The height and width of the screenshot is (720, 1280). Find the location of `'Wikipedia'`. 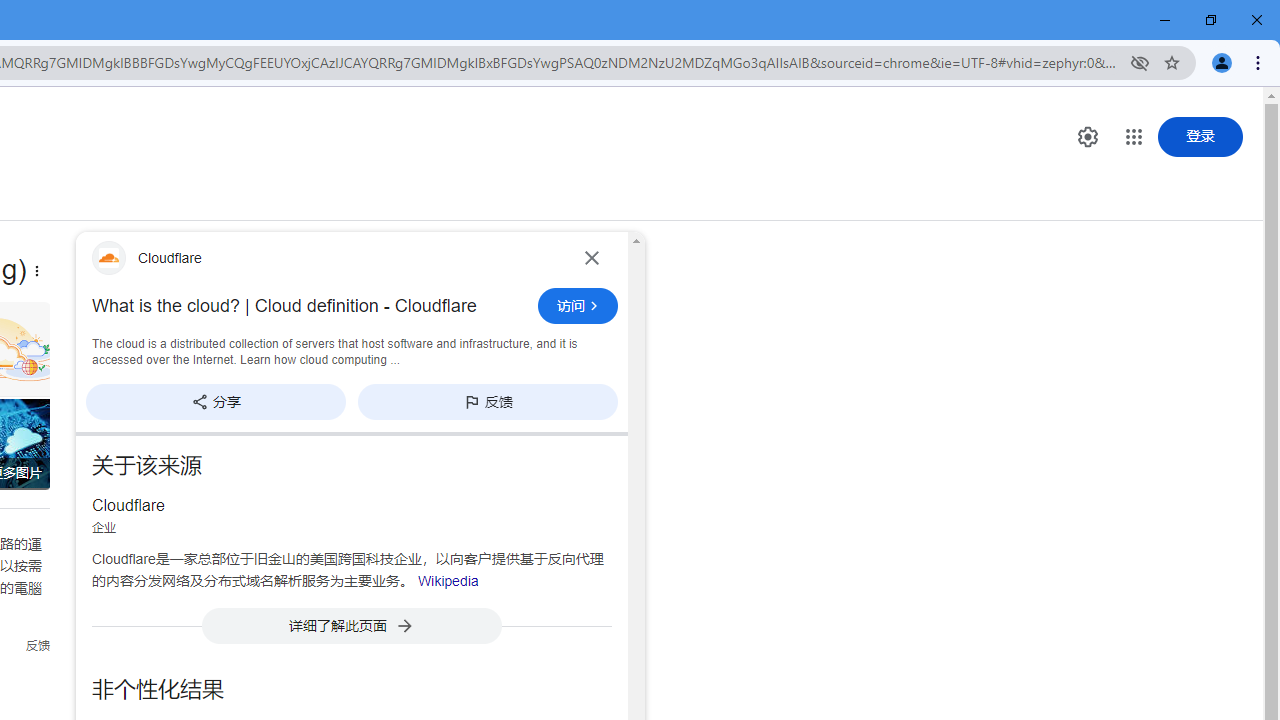

'Wikipedia' is located at coordinates (447, 581).